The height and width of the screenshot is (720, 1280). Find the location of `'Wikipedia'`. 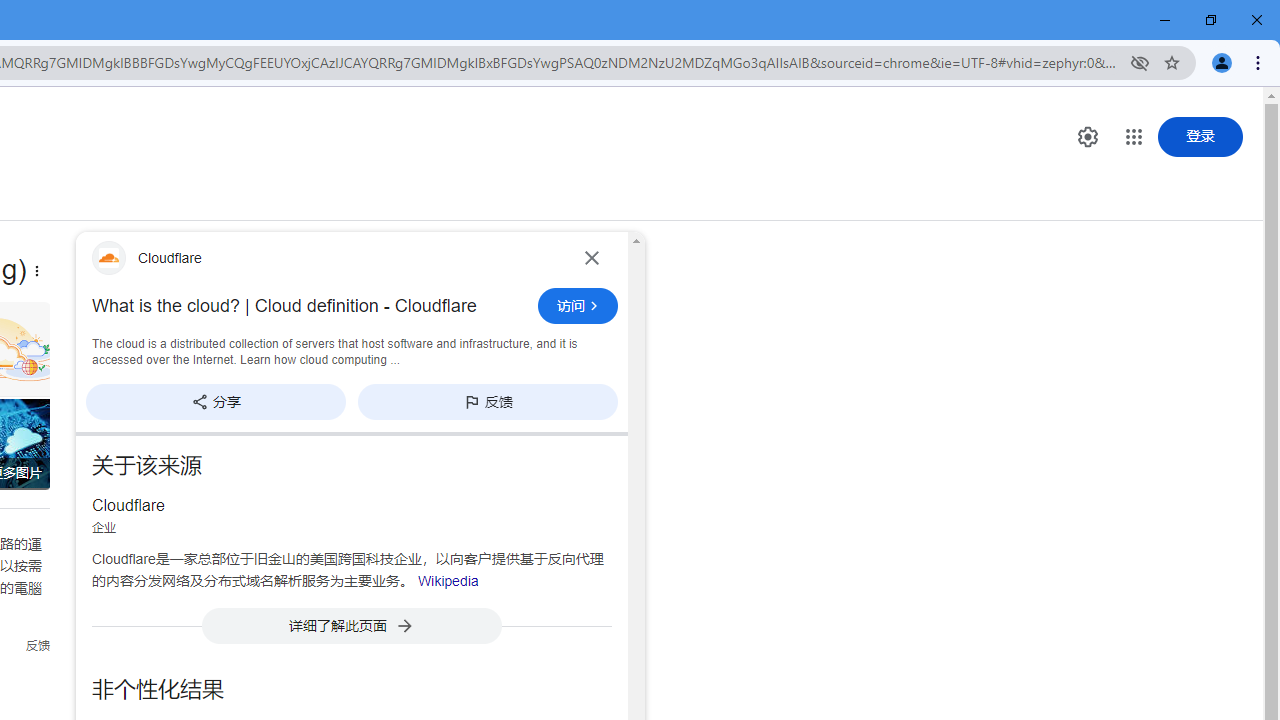

'Wikipedia' is located at coordinates (447, 581).